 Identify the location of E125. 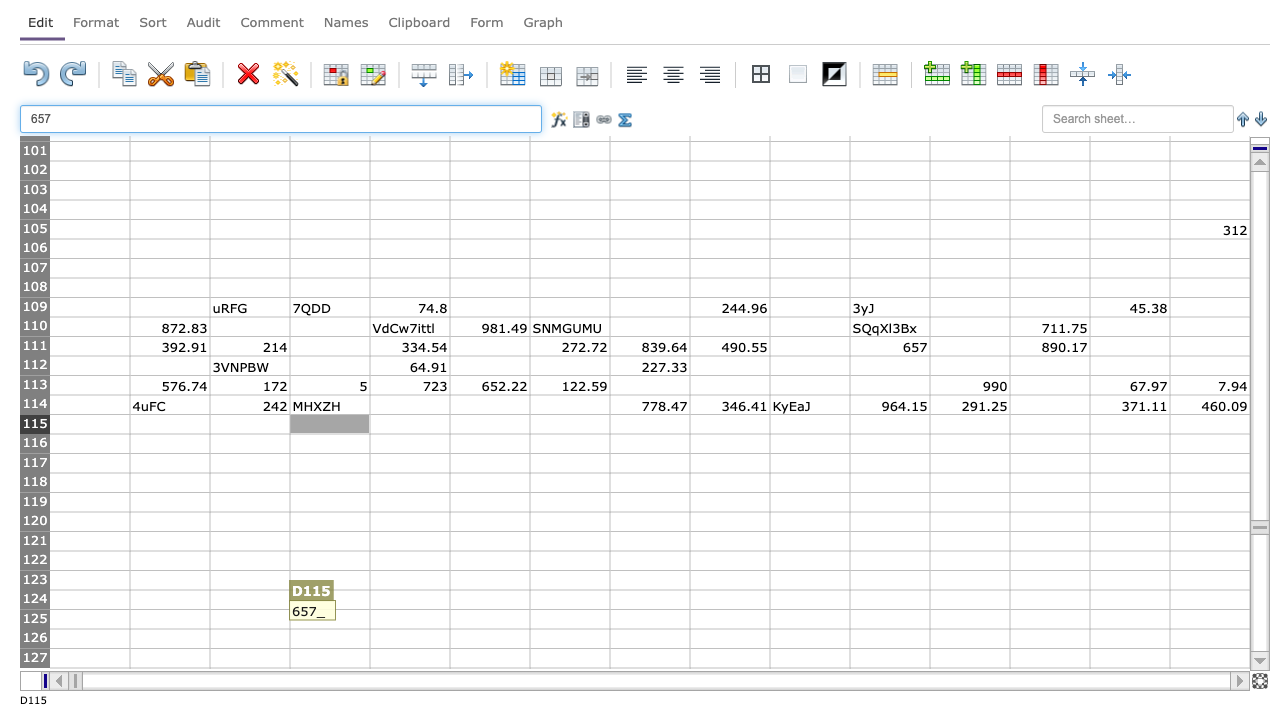
(408, 618).